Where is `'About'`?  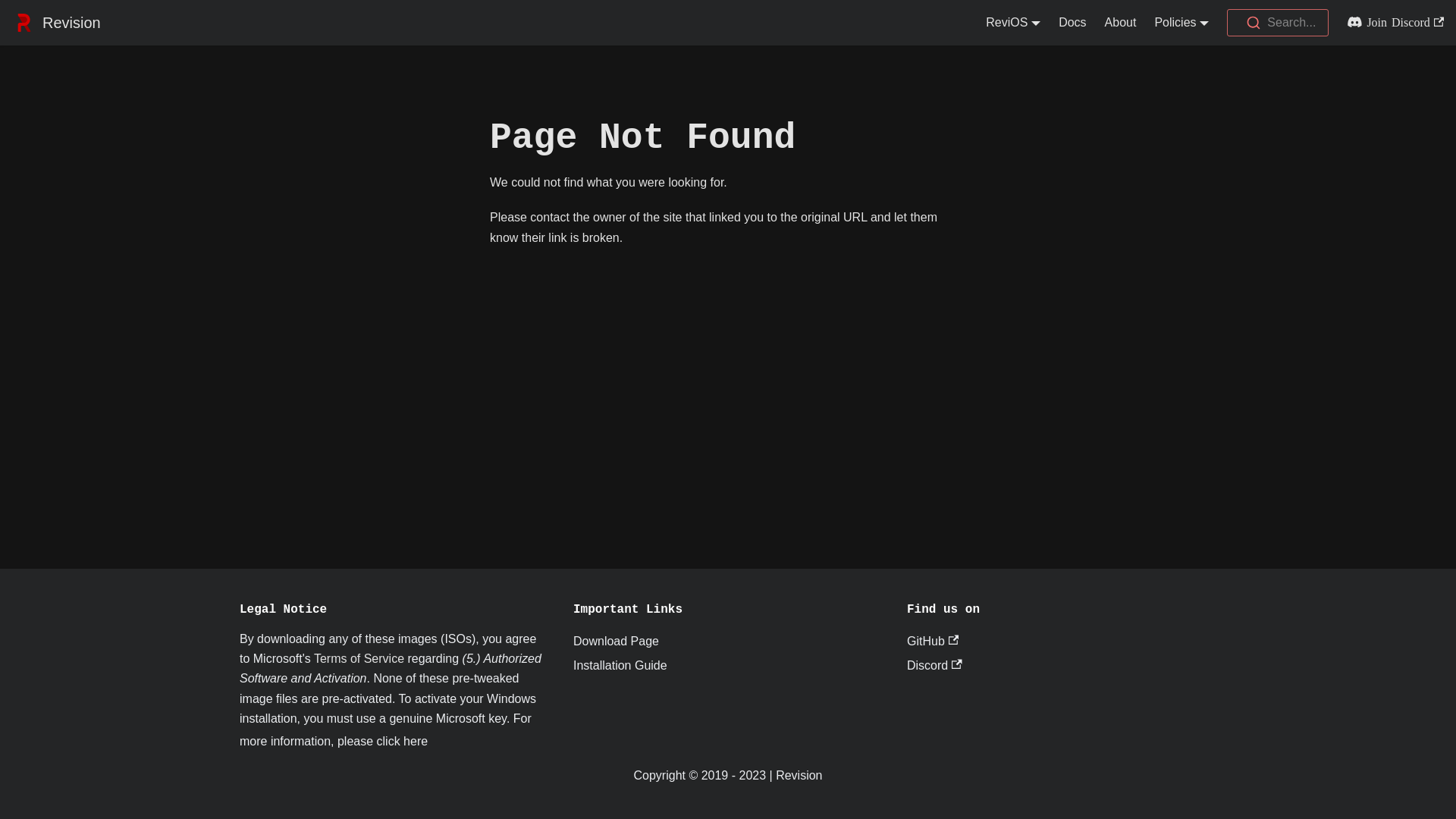 'About' is located at coordinates (1121, 23).